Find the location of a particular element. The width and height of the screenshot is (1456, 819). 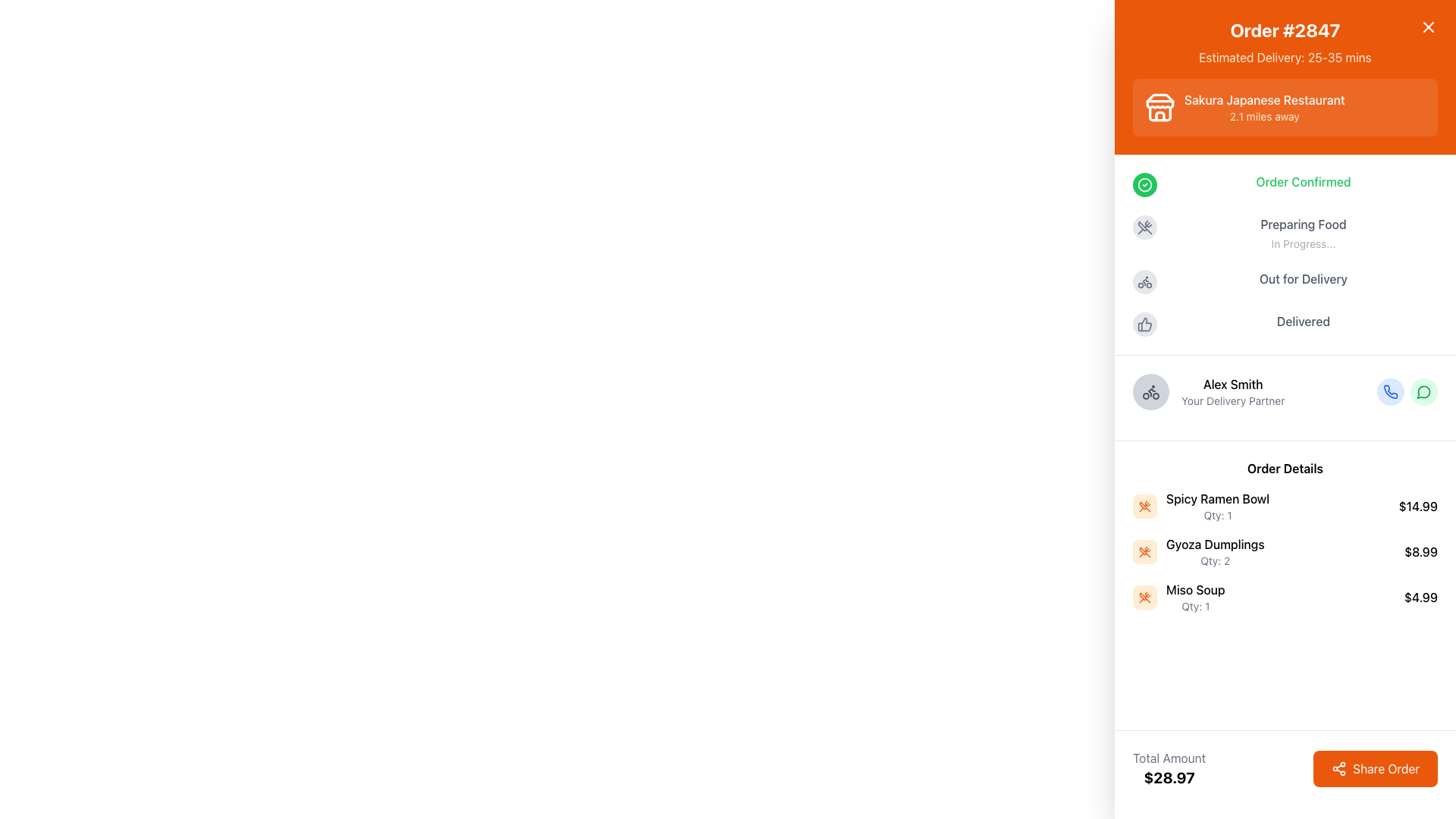

the text label displaying 'Delivered' in gray color, located in the right-side panel beneath a thumbs-up icon is located at coordinates (1302, 321).